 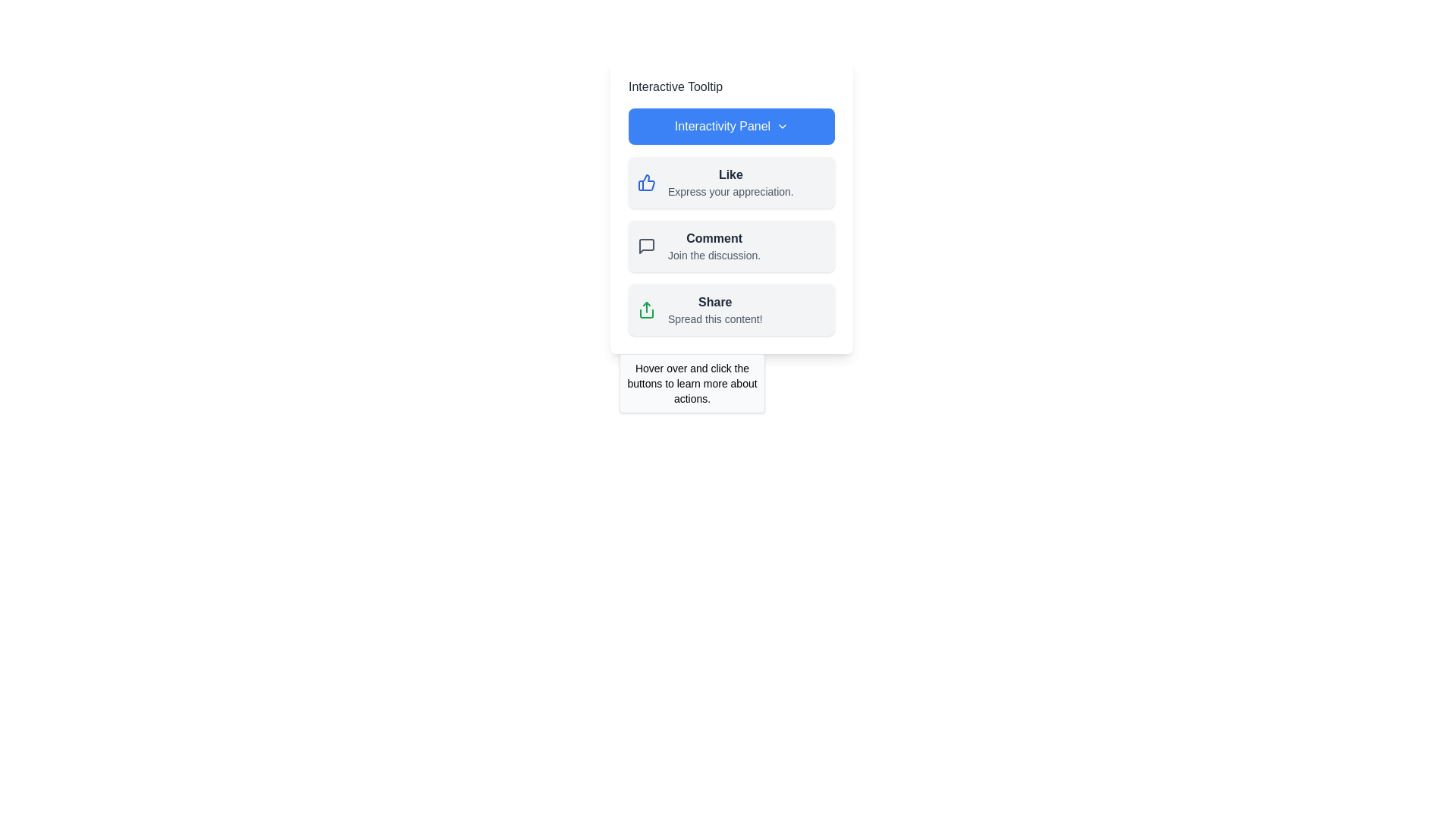 What do you see at coordinates (691, 382) in the screenshot?
I see `information from the informational tooltip located below the 'Interactive Tooltip' panel, which contains the text 'Hover over and click the buttons to learn more about actions.'` at bounding box center [691, 382].